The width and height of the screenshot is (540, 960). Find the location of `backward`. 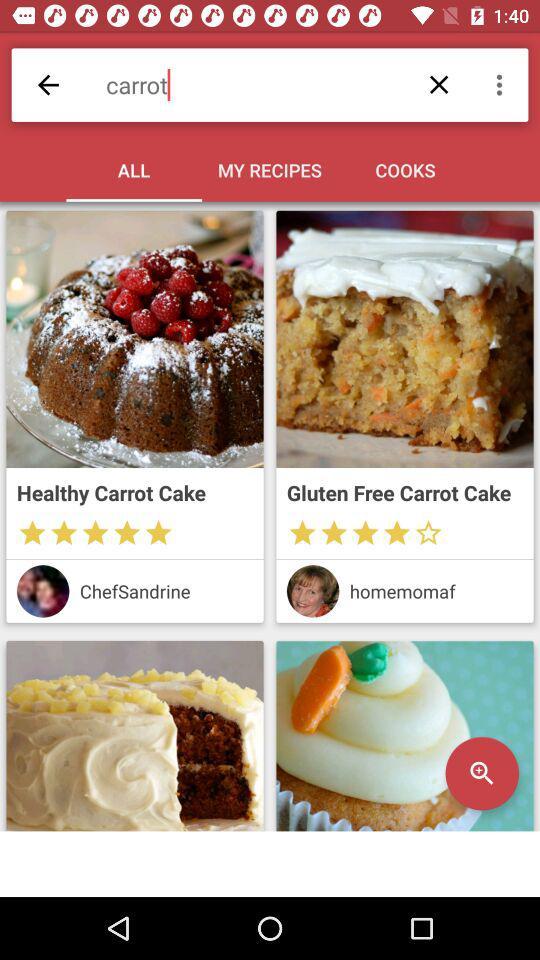

backward is located at coordinates (48, 85).